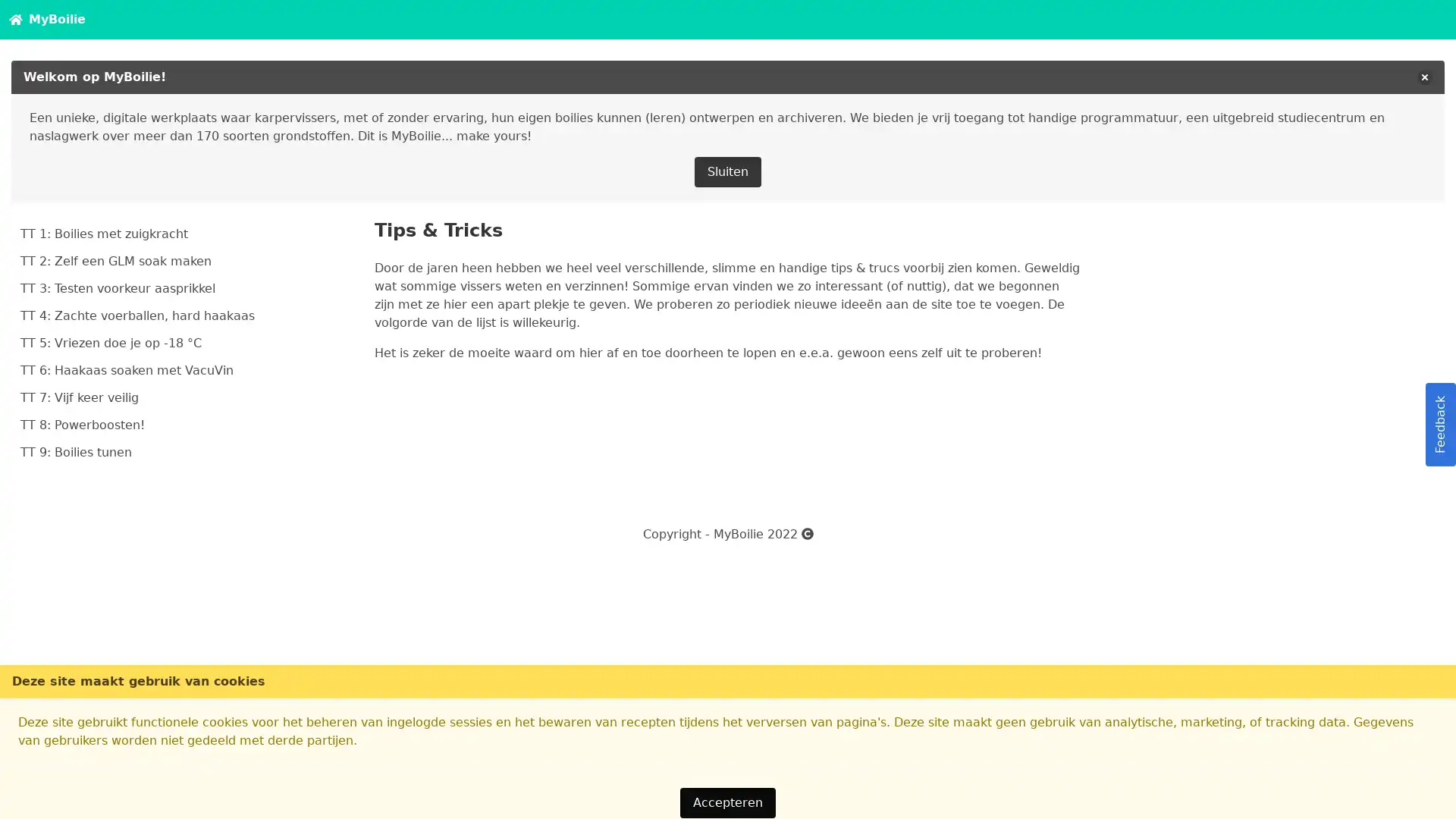 This screenshot has width=1456, height=819. I want to click on Sluiten, so click(728, 171).